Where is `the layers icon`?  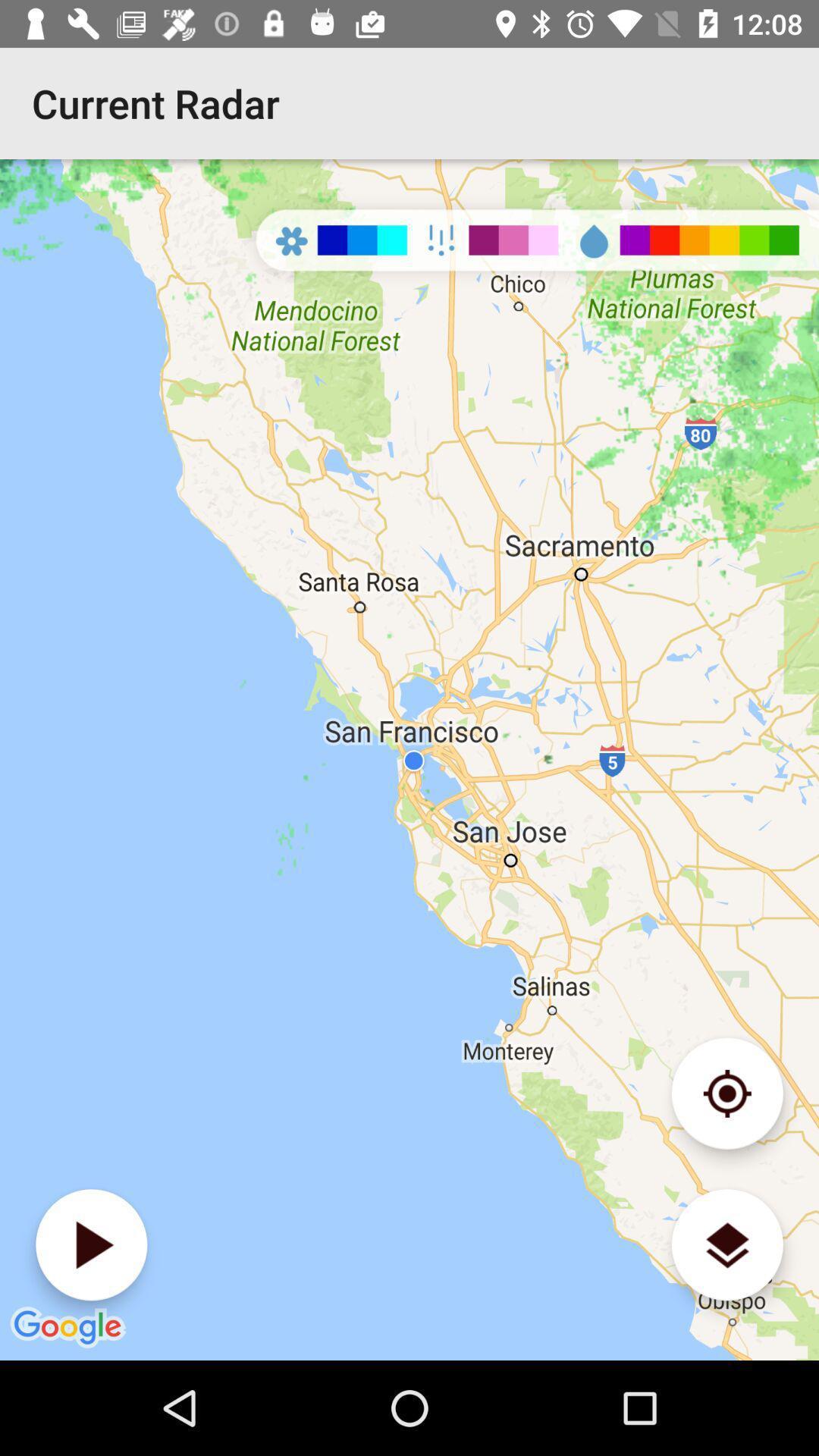
the layers icon is located at coordinates (726, 1244).